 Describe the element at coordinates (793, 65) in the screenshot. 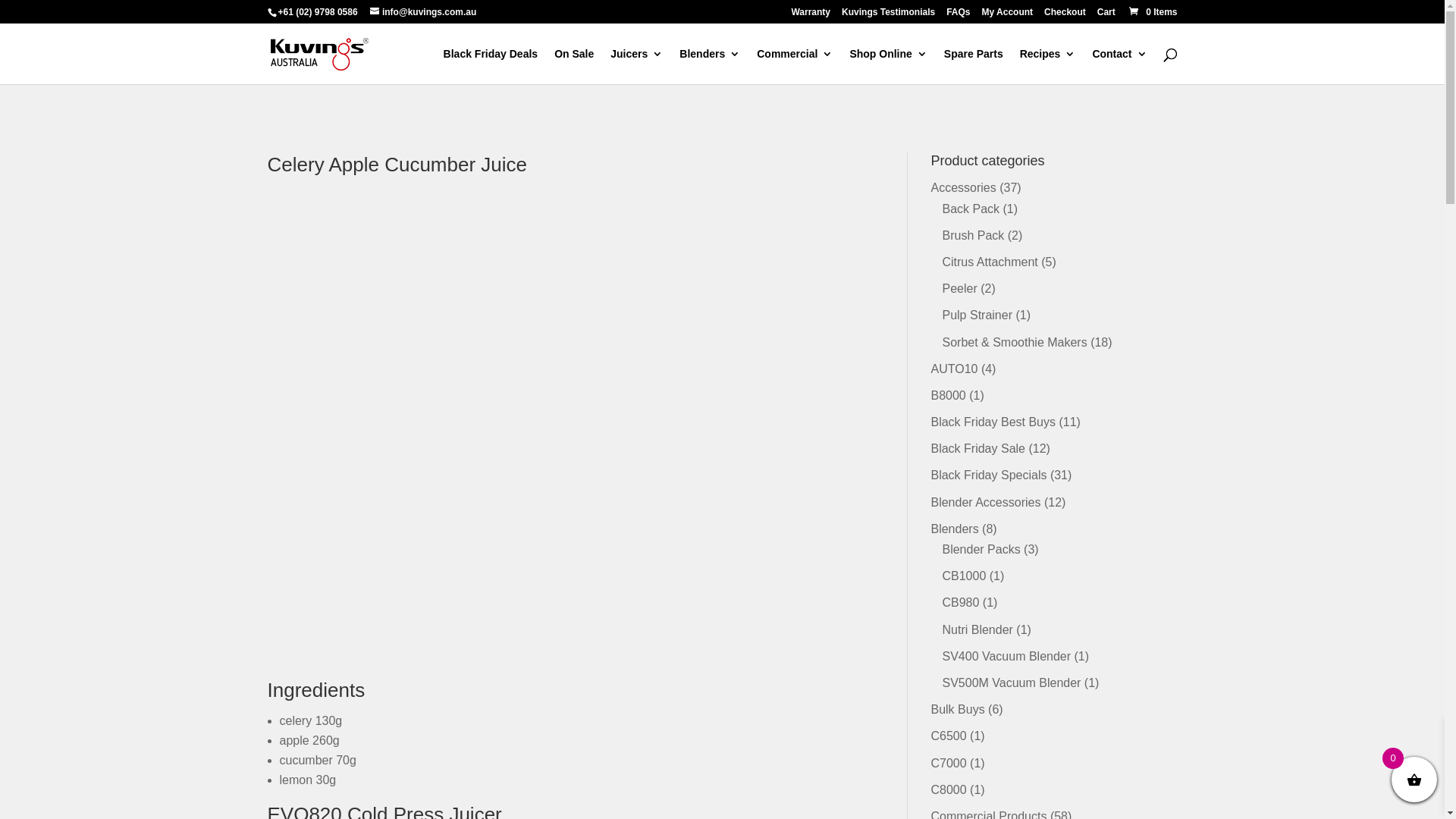

I see `'Commercial'` at that location.